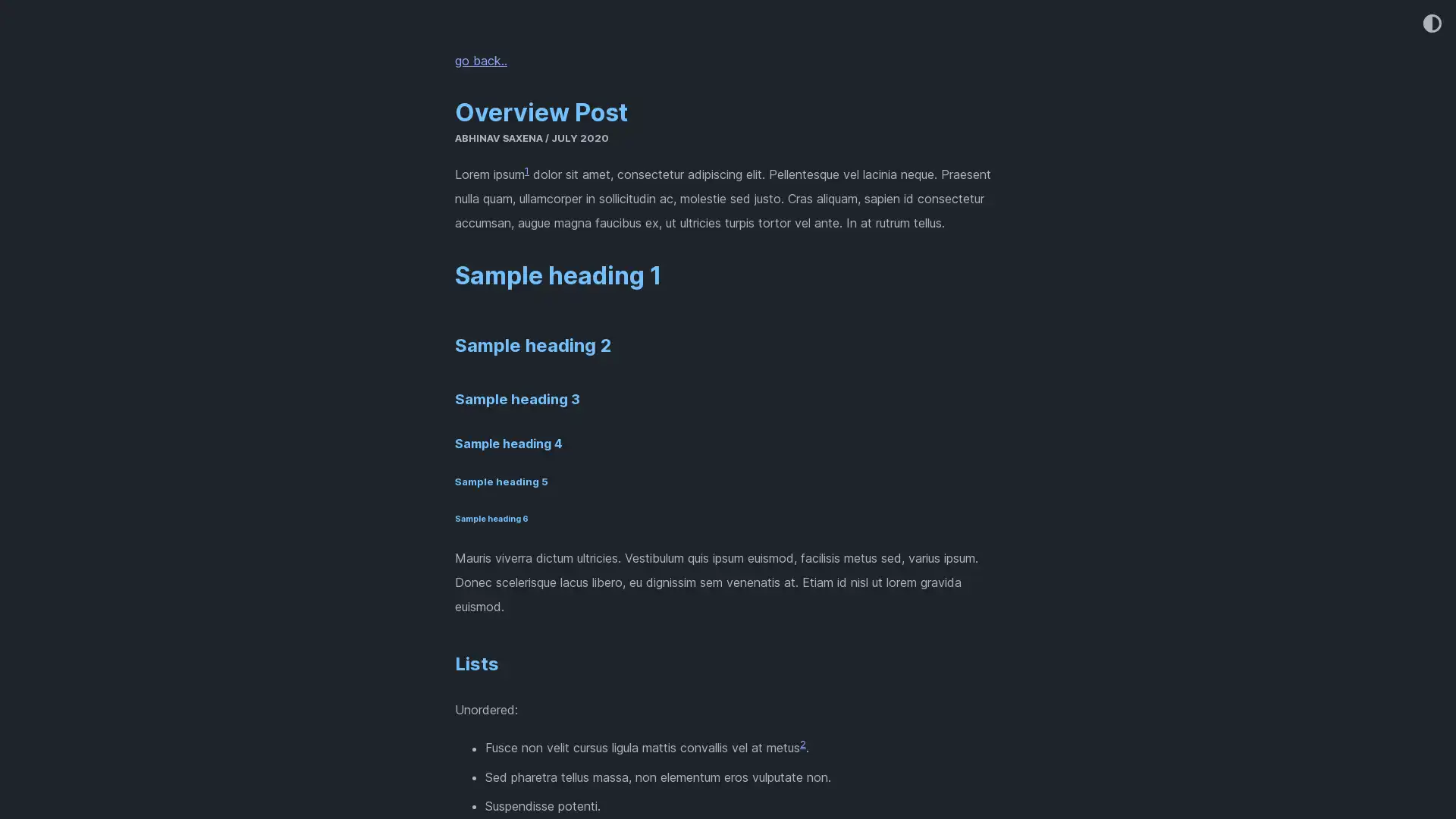 Image resolution: width=1456 pixels, height=819 pixels. What do you see at coordinates (1430, 24) in the screenshot?
I see `Toggle Theme` at bounding box center [1430, 24].